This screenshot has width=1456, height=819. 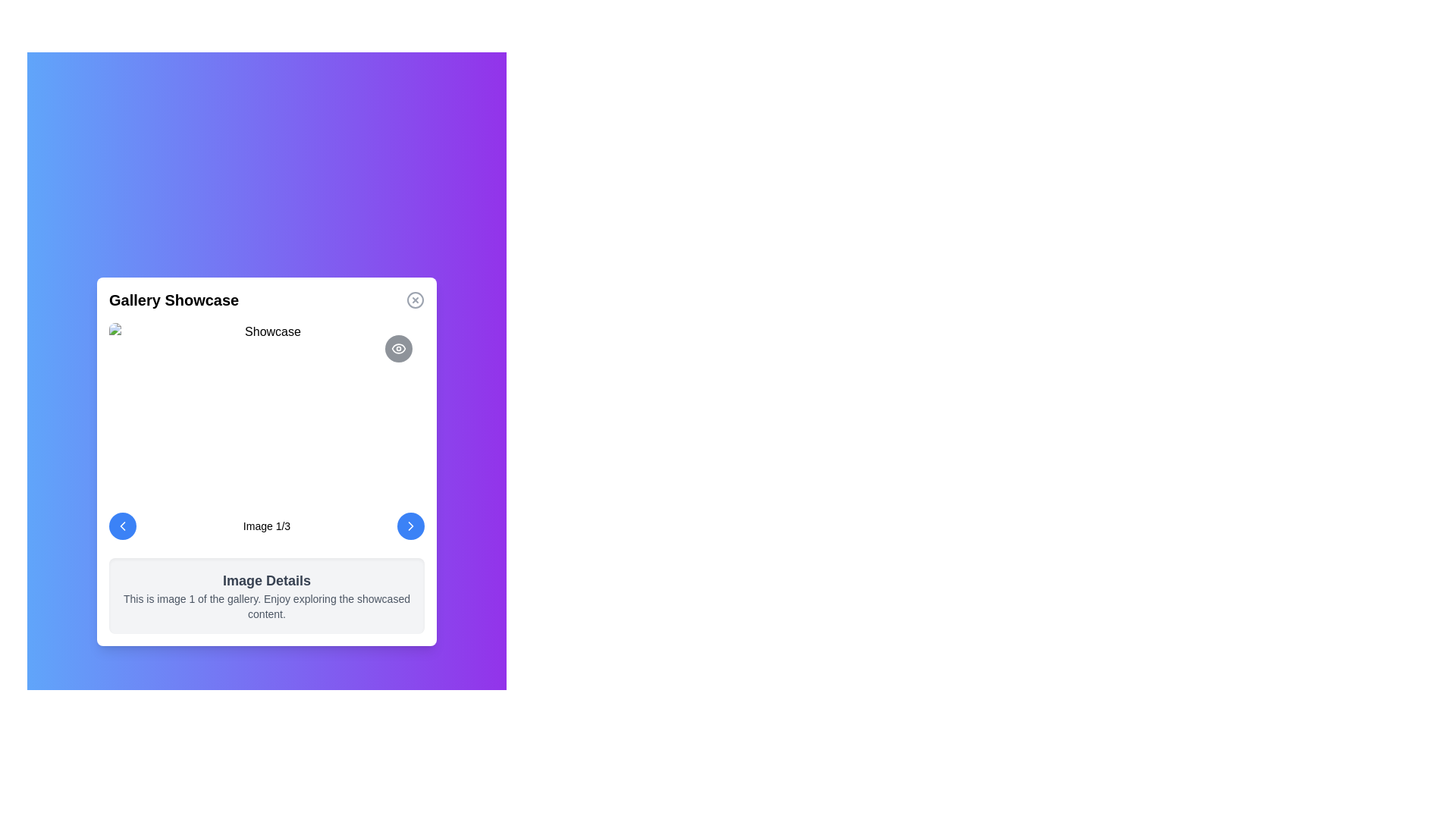 What do you see at coordinates (123, 526) in the screenshot?
I see `the 'Previous' navigation icon located in the bottom-left corner of the modal interface` at bounding box center [123, 526].